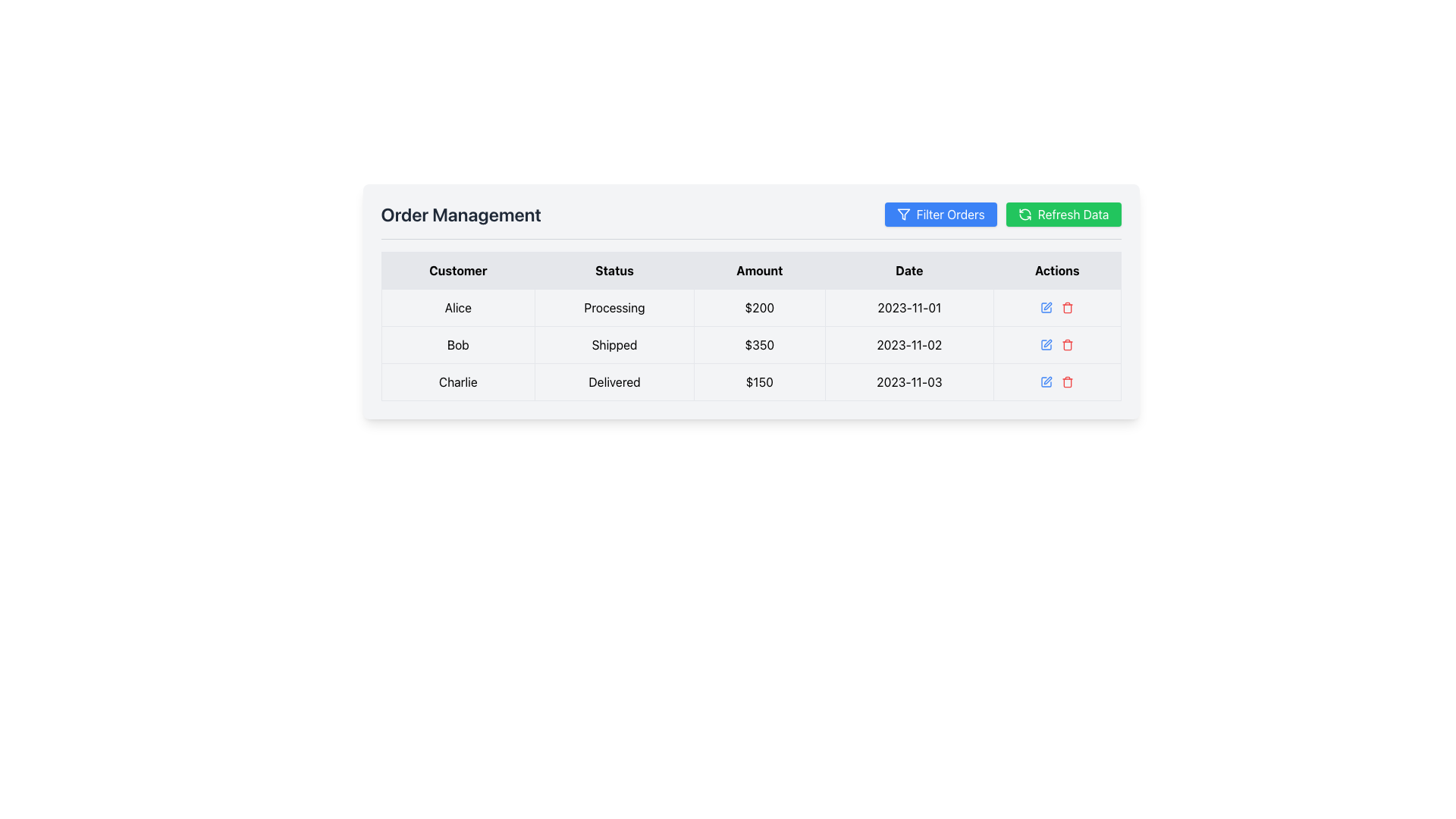 This screenshot has width=1456, height=819. What do you see at coordinates (457, 270) in the screenshot?
I see `the 'Customer' column header in the table, located at the top-left of the tabular layout` at bounding box center [457, 270].